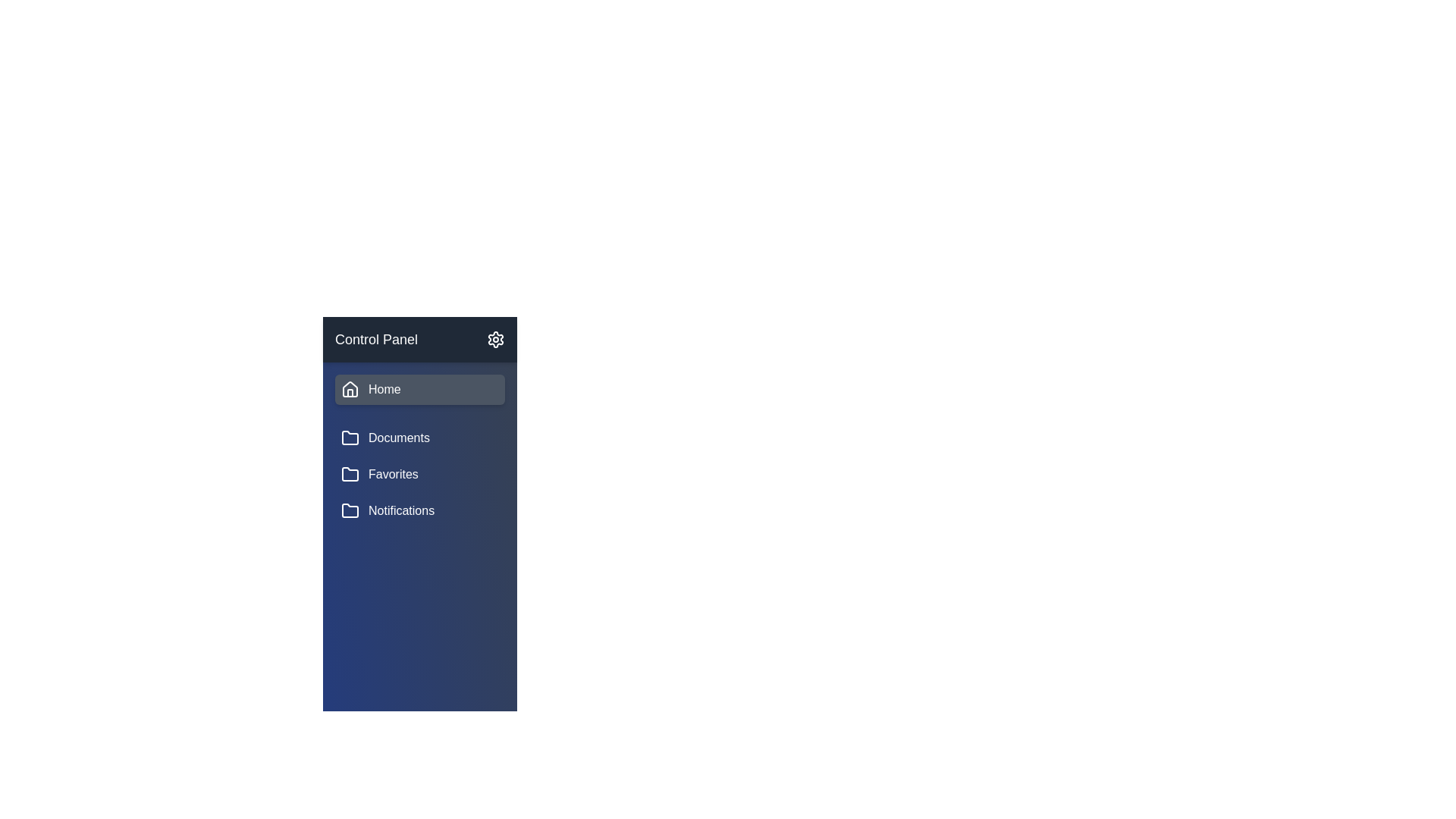  What do you see at coordinates (419, 473) in the screenshot?
I see `the sidebar item corresponding to Favorites to navigate to that section` at bounding box center [419, 473].